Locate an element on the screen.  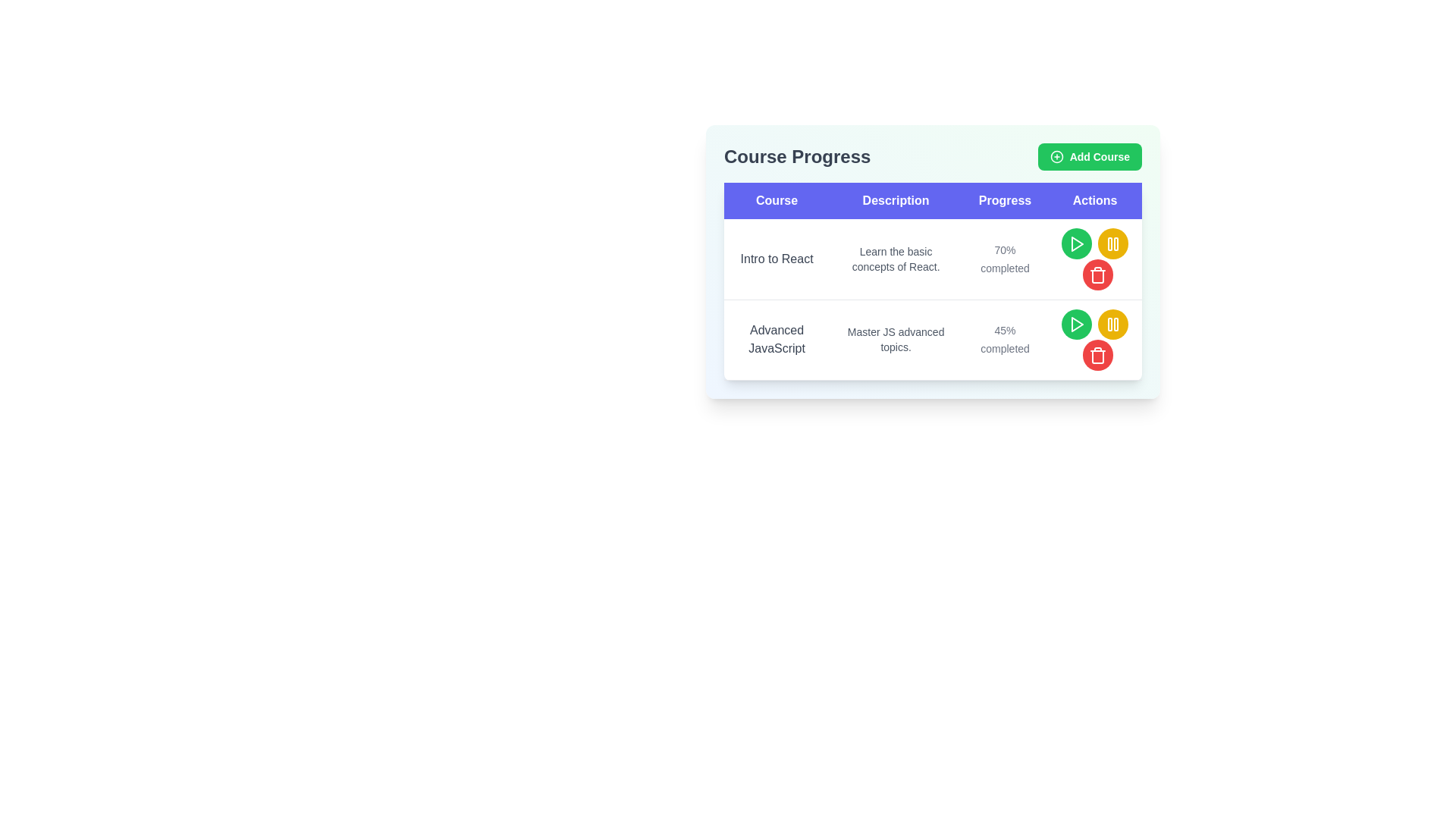
the circular icon outlined with a green stroke within the 'Add Course' button, which is positioned to the left of the text 'Add Course' is located at coordinates (1056, 157).